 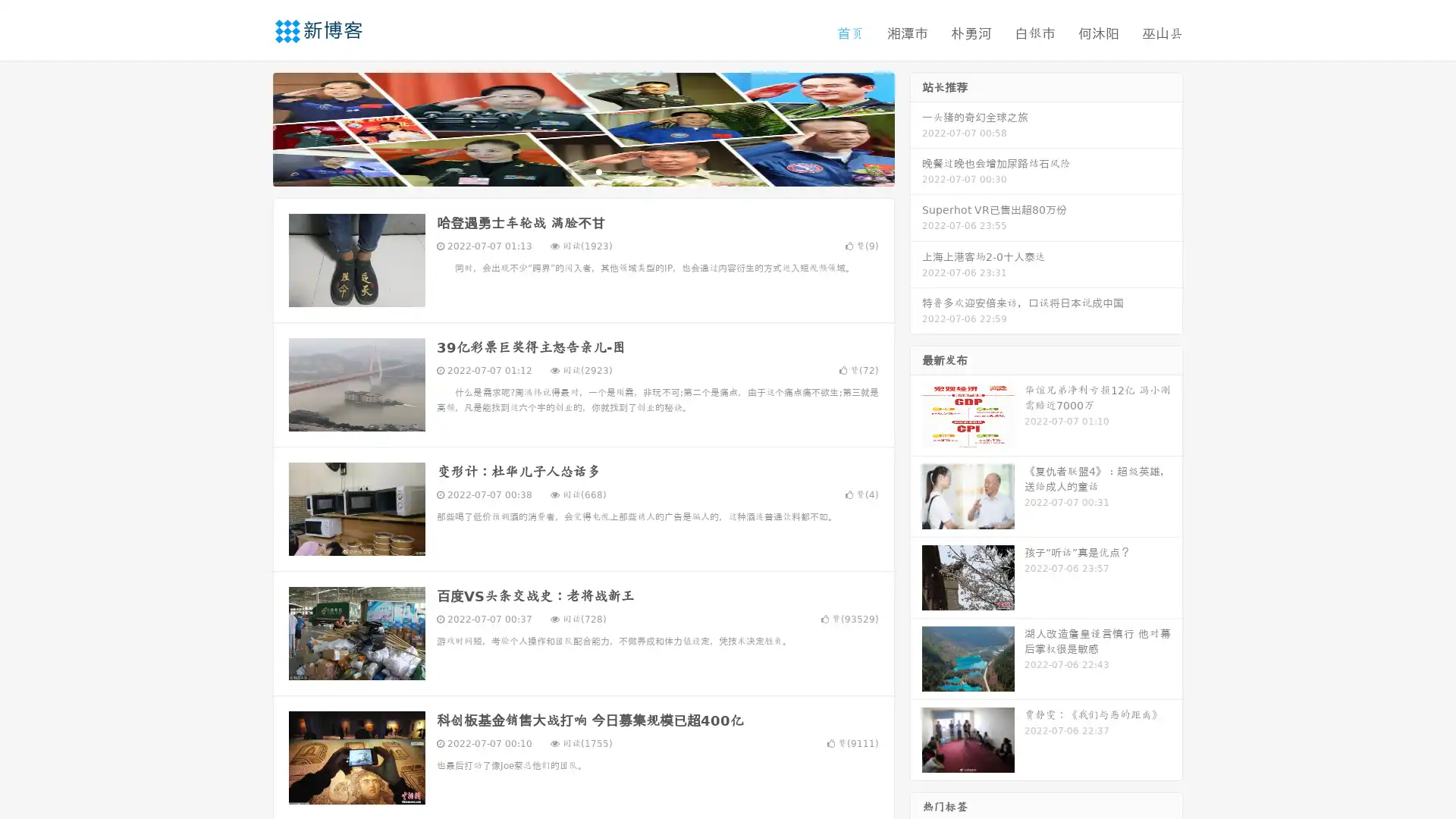 I want to click on Go to slide 3, so click(x=598, y=171).